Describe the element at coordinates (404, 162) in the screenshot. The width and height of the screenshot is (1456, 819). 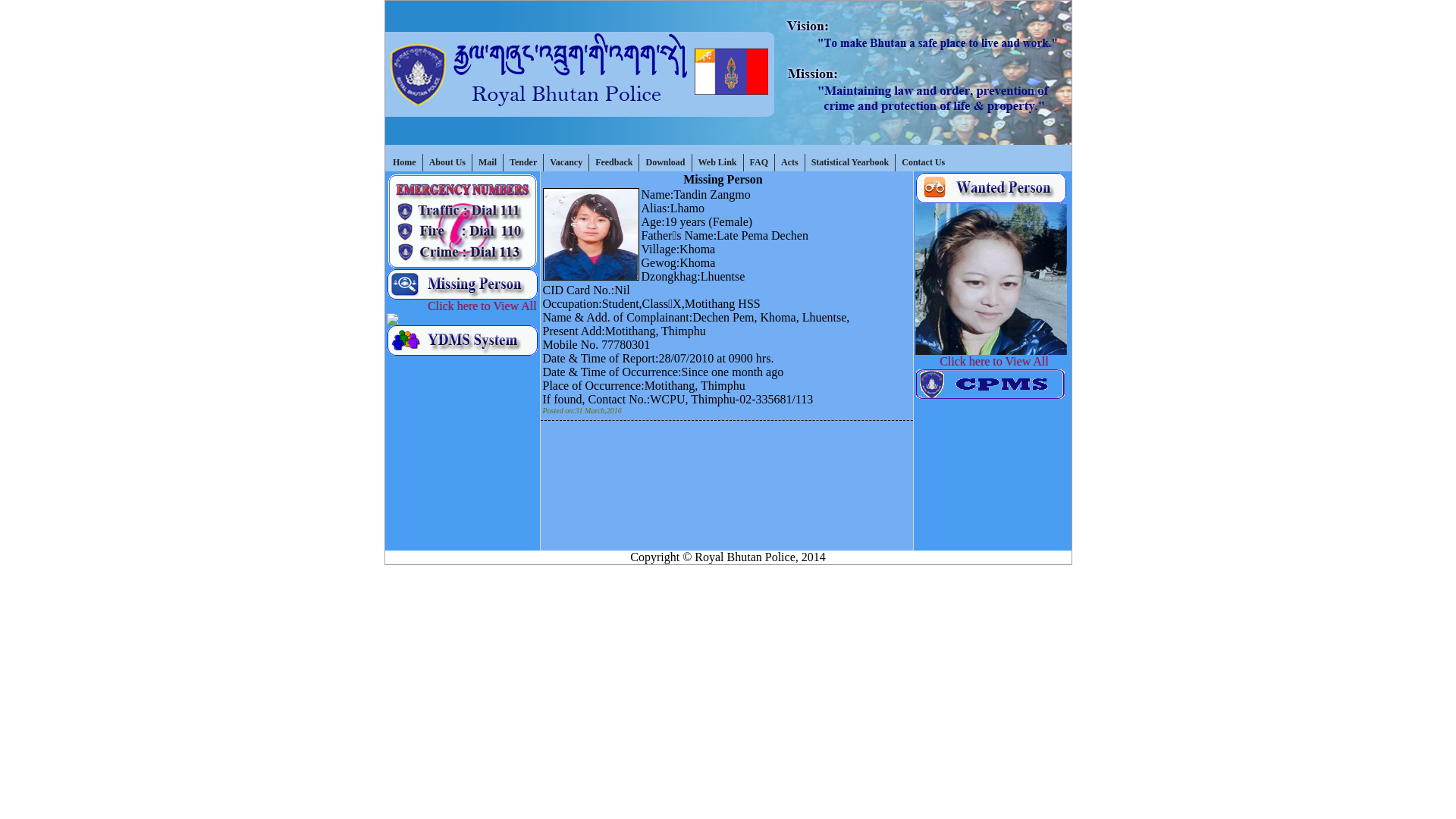
I see `'Home'` at that location.